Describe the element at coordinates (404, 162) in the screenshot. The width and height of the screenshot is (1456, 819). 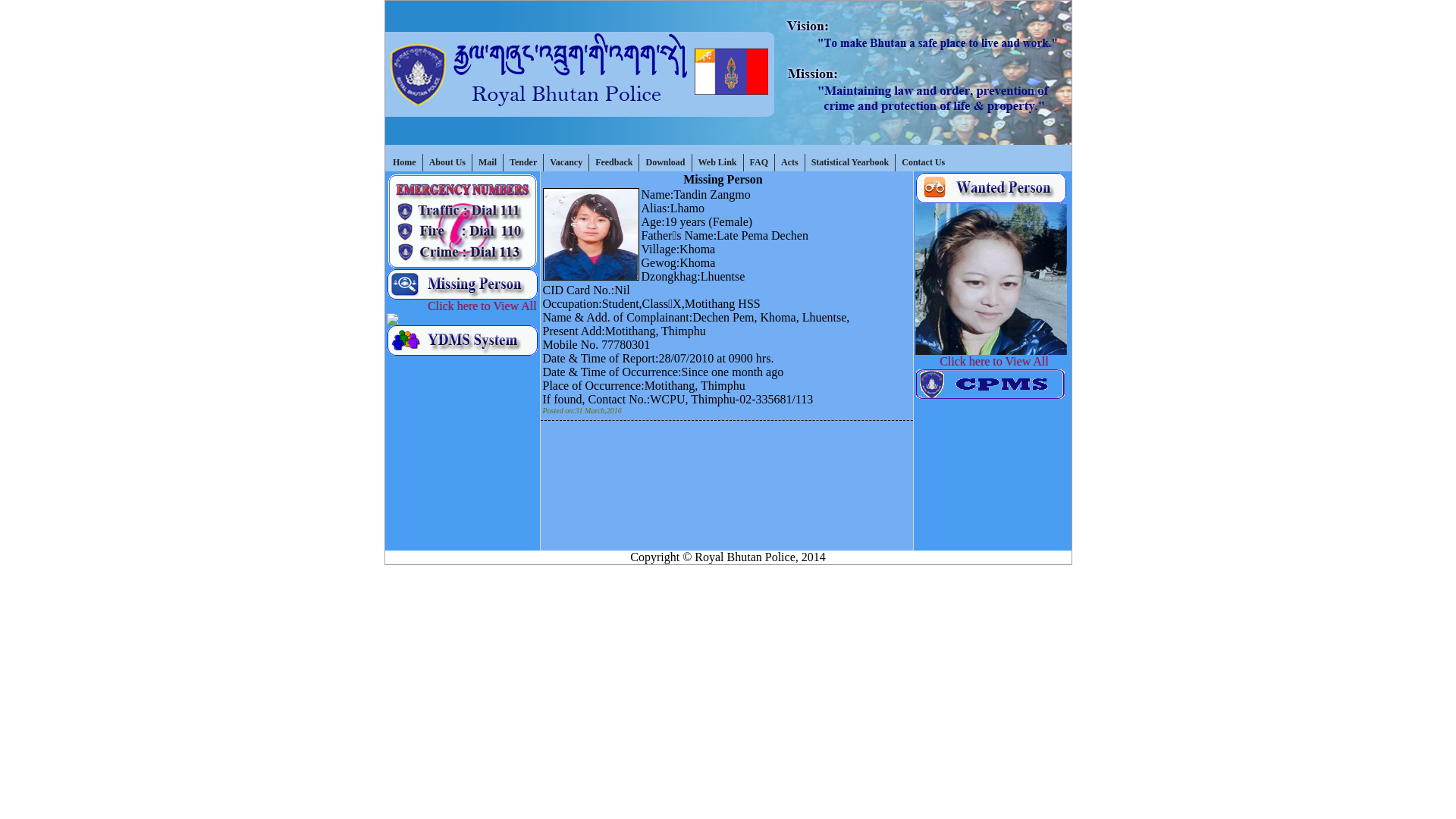
I see `'Home'` at that location.